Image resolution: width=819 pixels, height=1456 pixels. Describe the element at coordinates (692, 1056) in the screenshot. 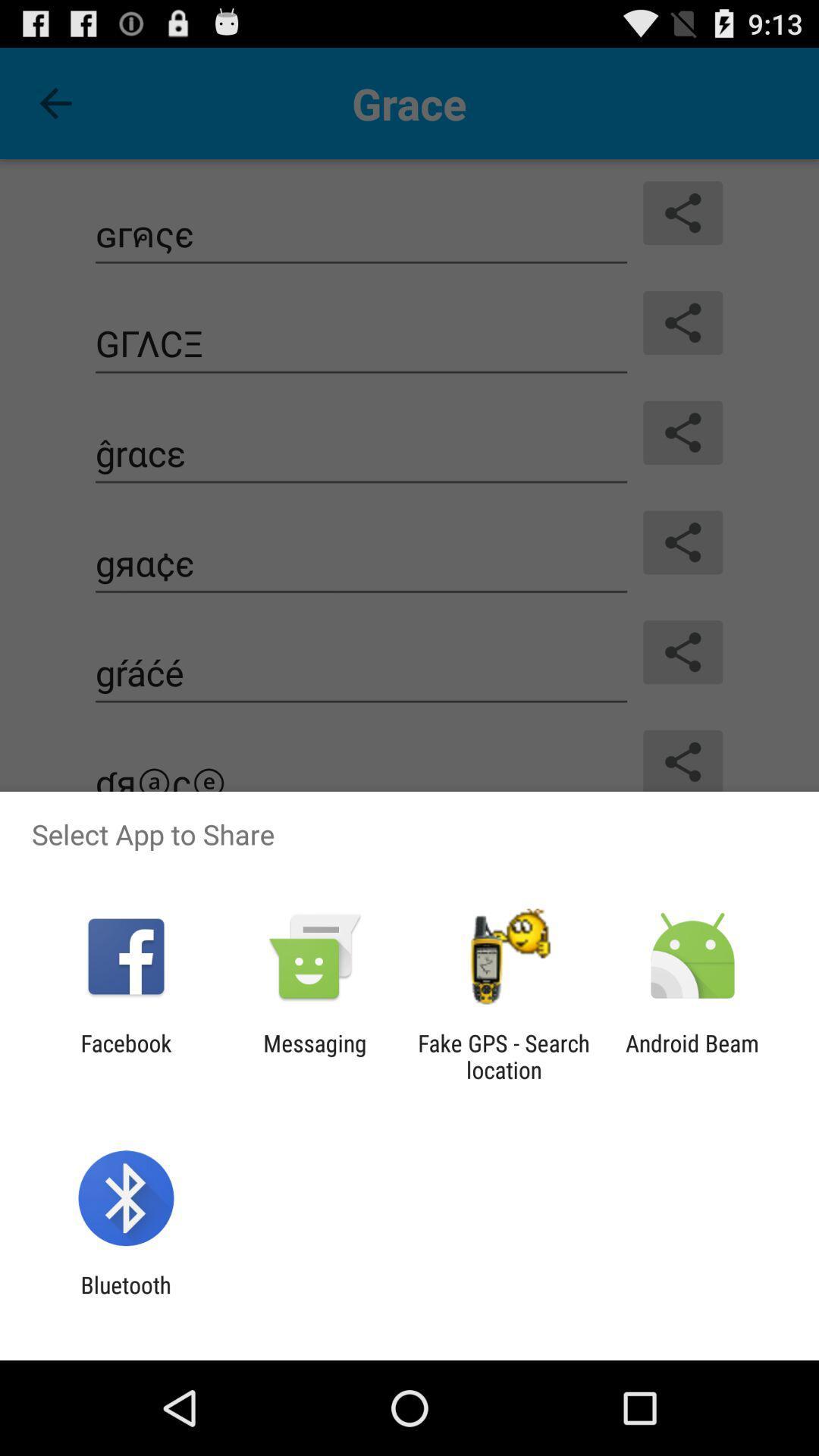

I see `item next to the fake gps search app` at that location.